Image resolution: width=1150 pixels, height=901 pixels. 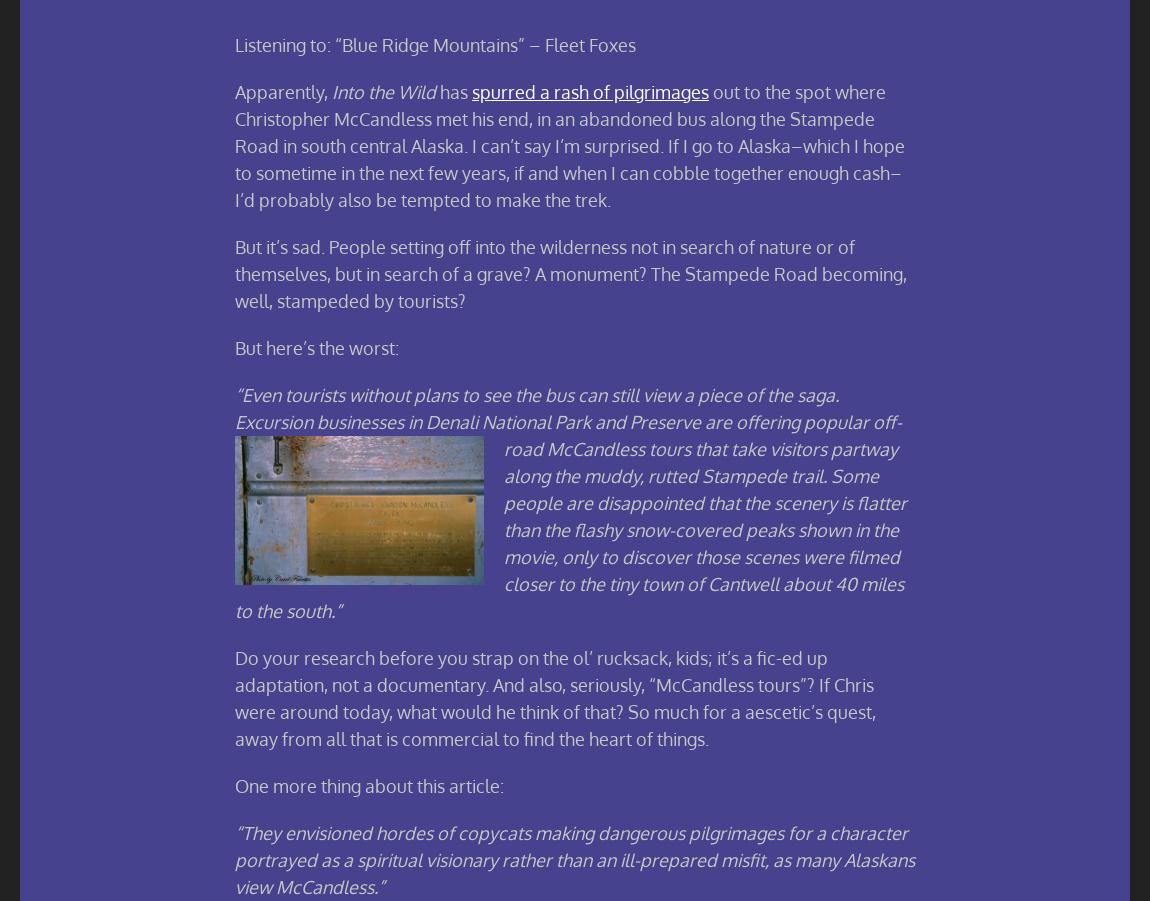 I want to click on 'ess tours that take visitors partway along the muddy, rutted Stampede trail. Some people are disappointed that the scenery is flatter than the flashy snow-covered peaks shown in the movie, only to discover those scenes were filmed closer to the tiny town of Cantwell about 40 miles to the south.”', so click(x=570, y=528).